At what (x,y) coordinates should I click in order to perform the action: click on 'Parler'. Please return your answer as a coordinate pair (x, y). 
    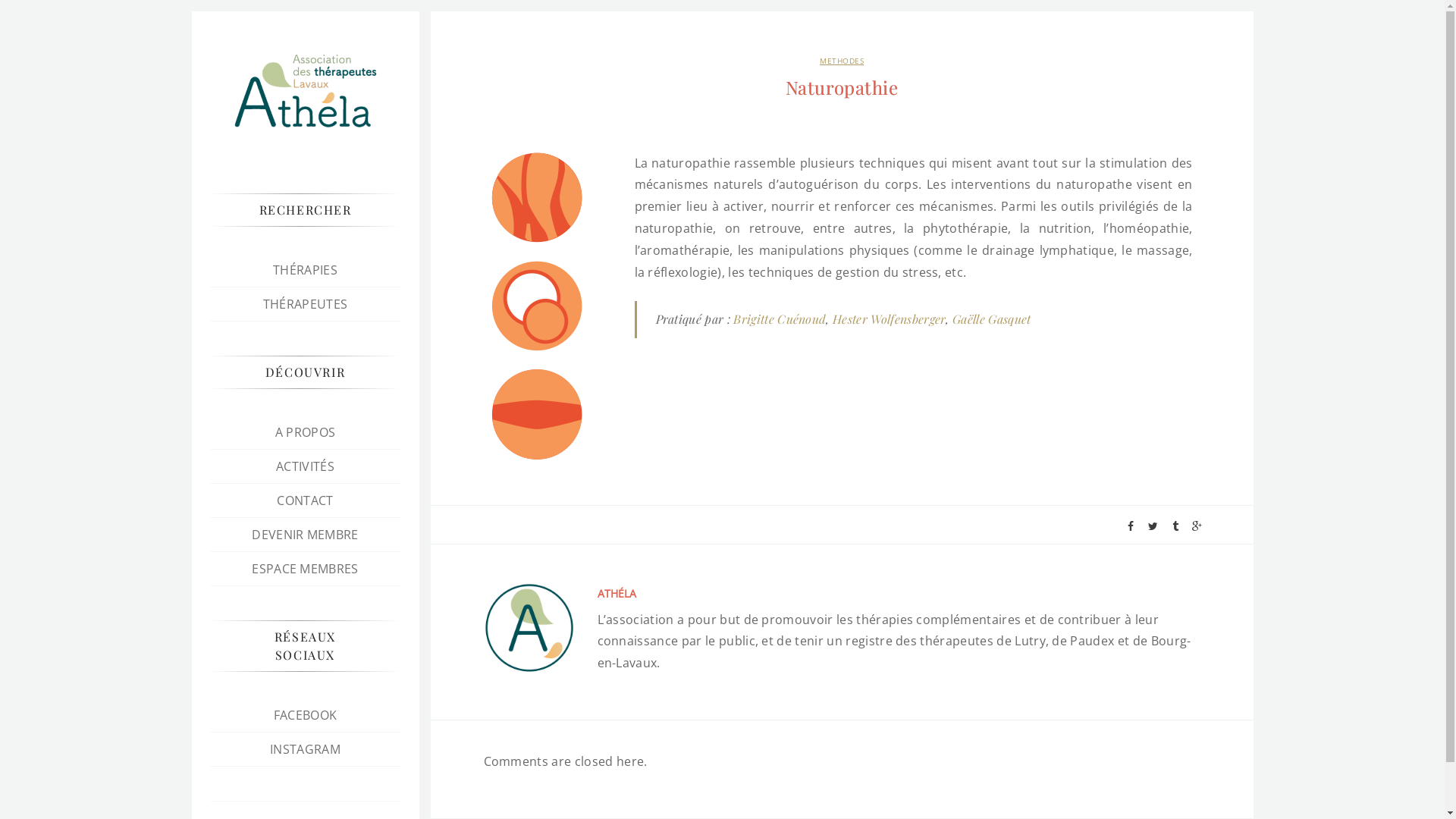
    Looking at the image, I should click on (537, 414).